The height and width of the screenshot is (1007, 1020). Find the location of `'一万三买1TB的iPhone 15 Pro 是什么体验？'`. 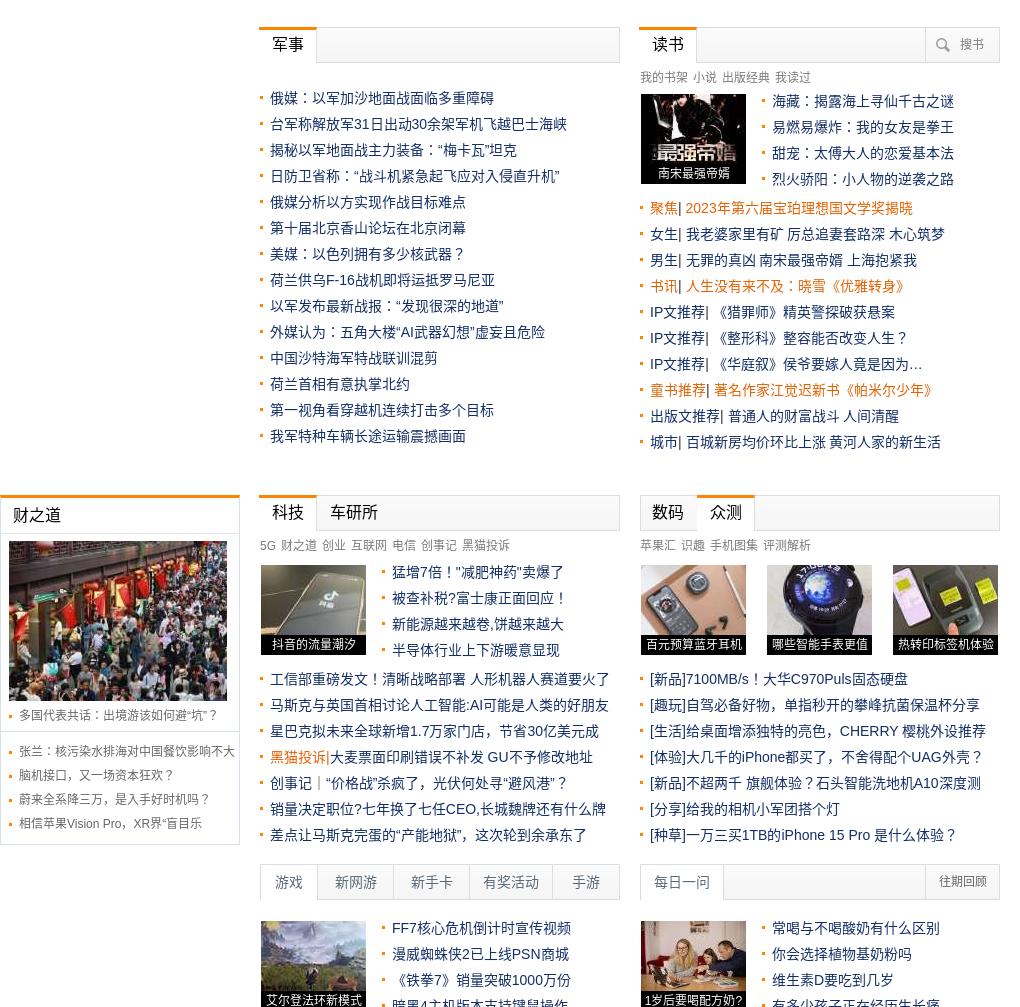

'一万三买1TB的iPhone 15 Pro 是什么体验？' is located at coordinates (821, 834).